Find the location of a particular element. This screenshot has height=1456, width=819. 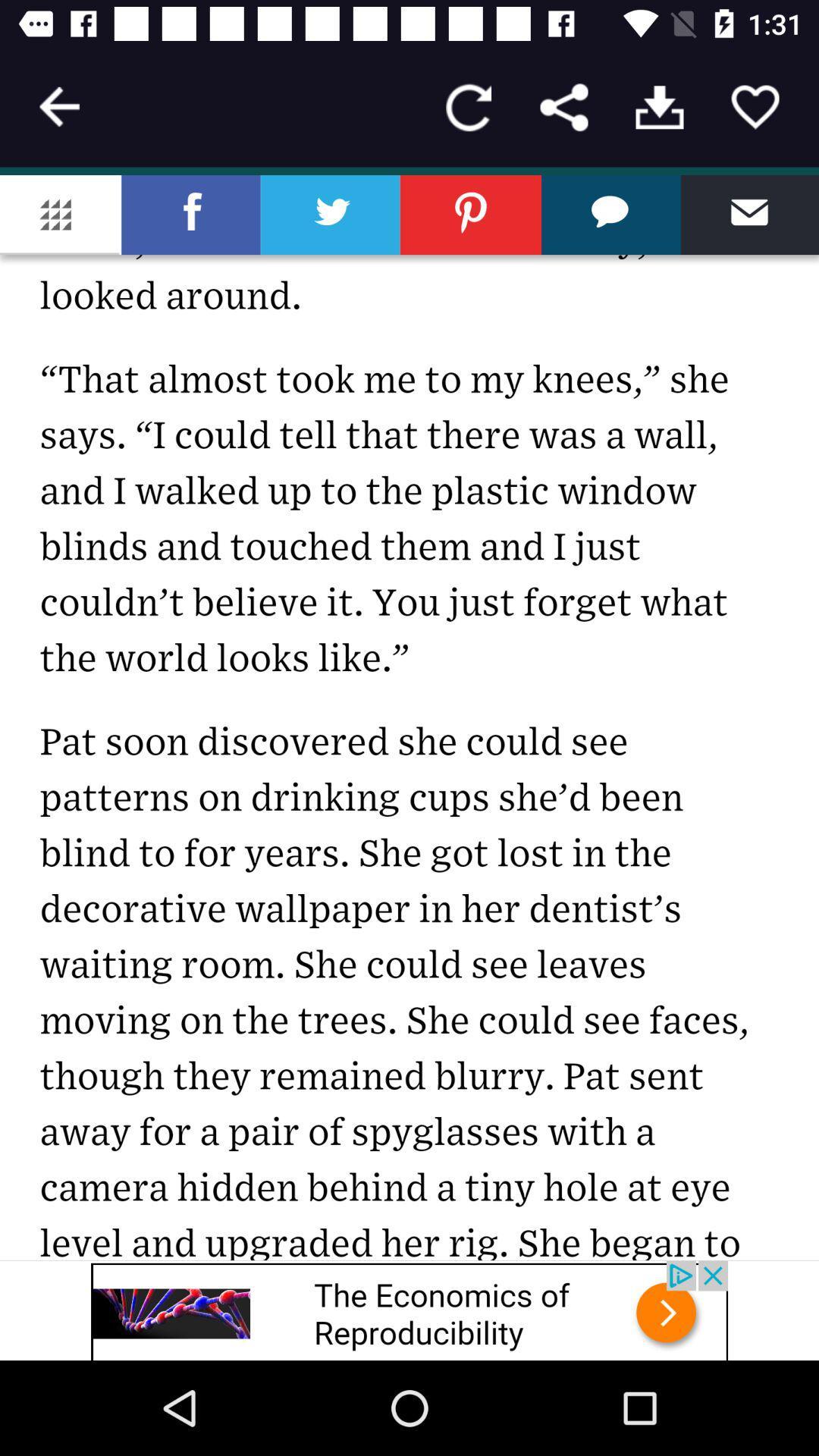

the share icon is located at coordinates (564, 106).